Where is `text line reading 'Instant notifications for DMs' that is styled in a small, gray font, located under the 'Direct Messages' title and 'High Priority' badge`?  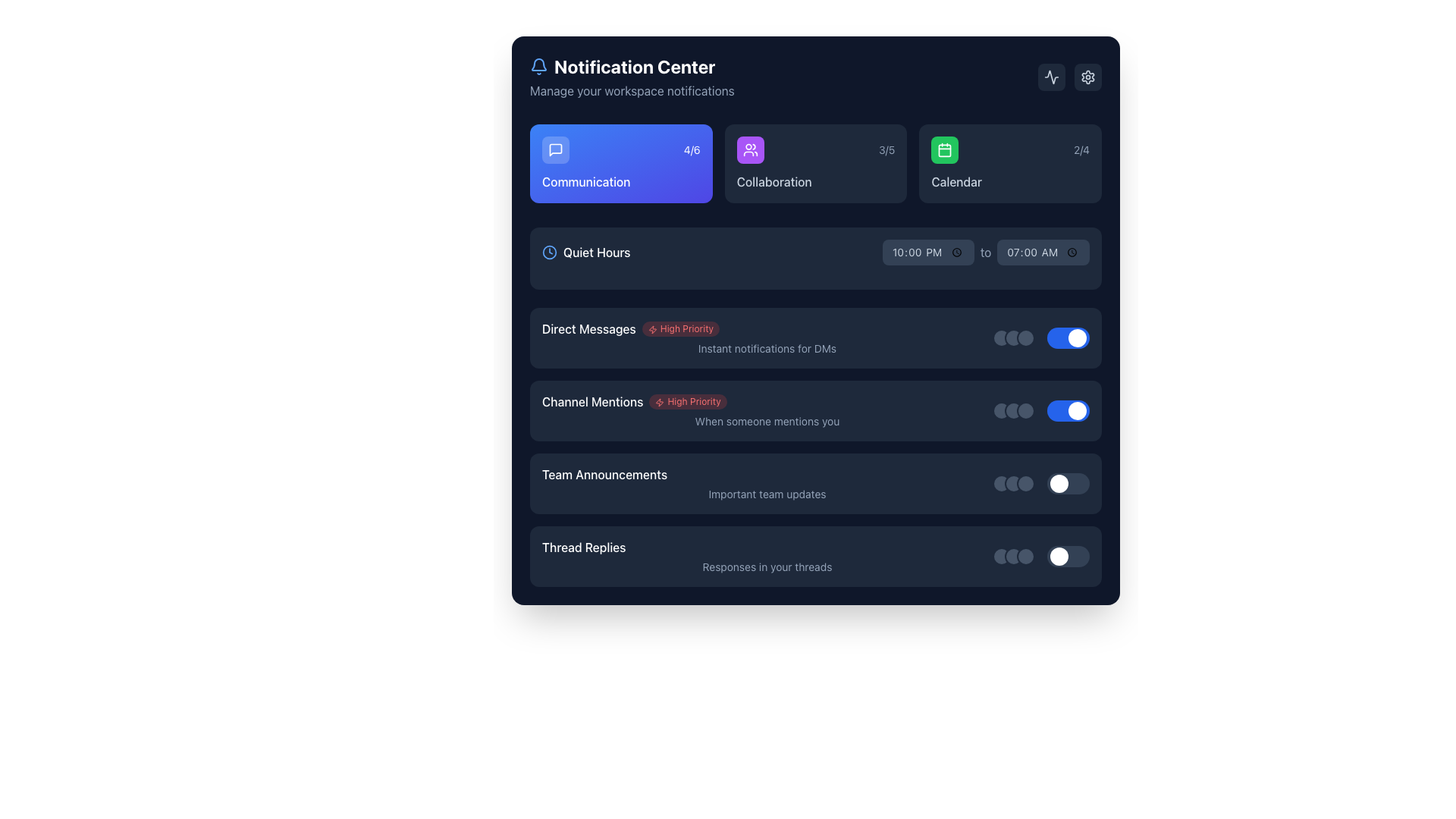
text line reading 'Instant notifications for DMs' that is styled in a small, gray font, located under the 'Direct Messages' title and 'High Priority' badge is located at coordinates (767, 348).